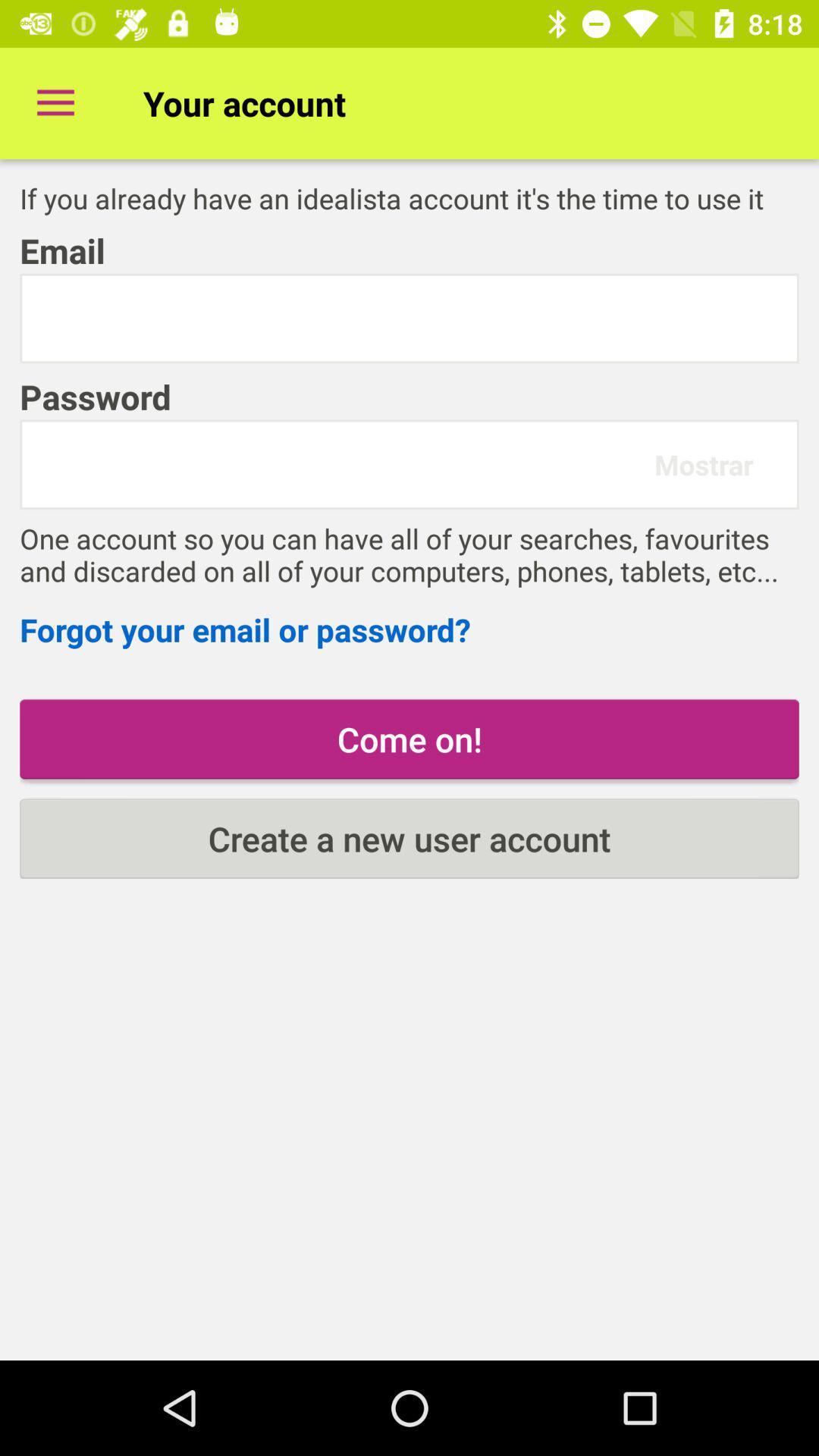 The width and height of the screenshot is (819, 1456). I want to click on email id here, so click(409, 318).